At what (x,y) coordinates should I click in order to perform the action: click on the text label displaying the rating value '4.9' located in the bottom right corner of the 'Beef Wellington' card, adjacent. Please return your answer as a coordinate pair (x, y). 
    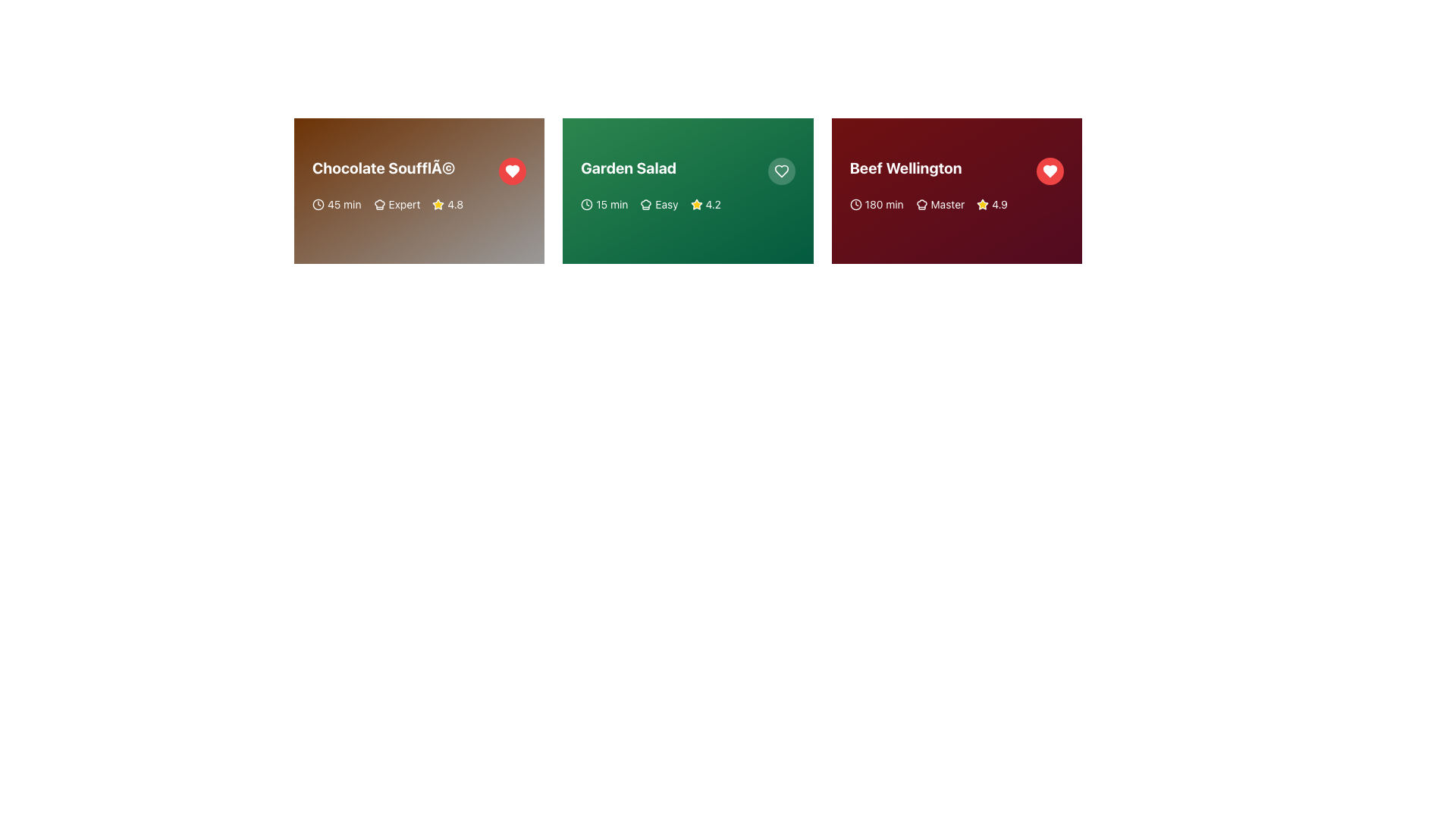
    Looking at the image, I should click on (999, 205).